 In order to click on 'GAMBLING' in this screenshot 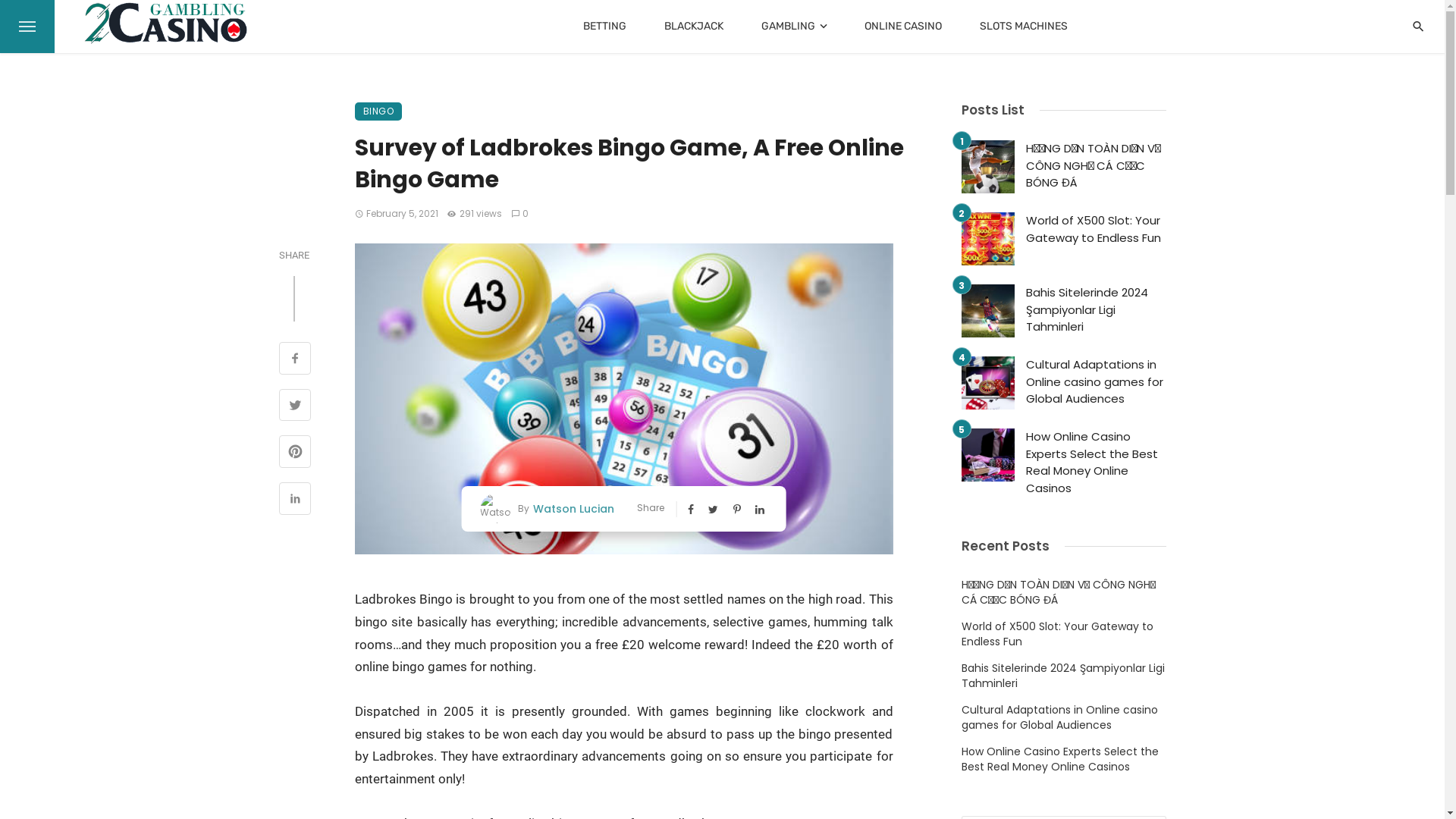, I will do `click(792, 26)`.